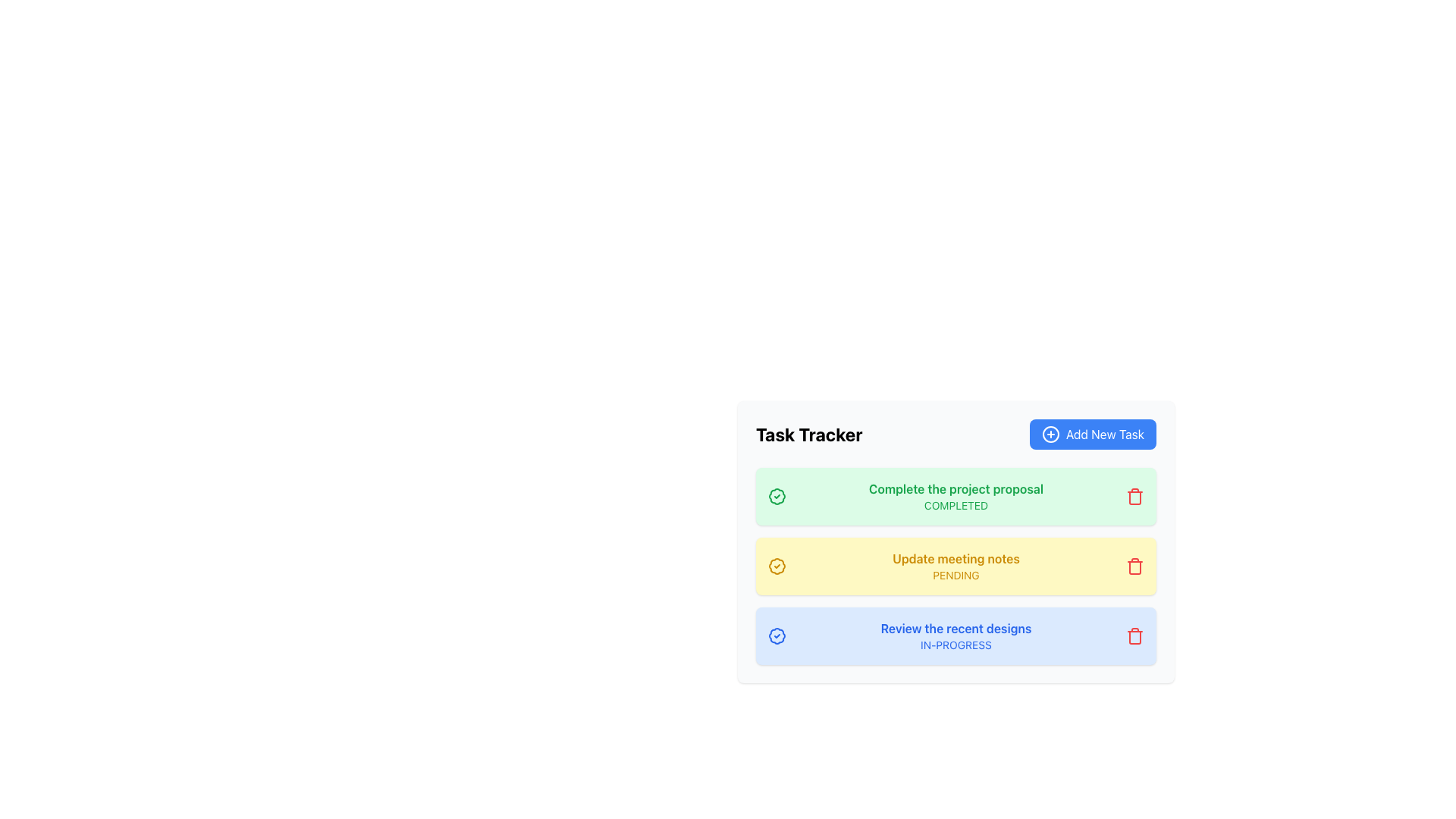  What do you see at coordinates (955, 497) in the screenshot?
I see `text content of the Task card indicating the completion of the task 'Complete the project proposal', which is visually distinct with a light green background in the Task Tracker interface` at bounding box center [955, 497].